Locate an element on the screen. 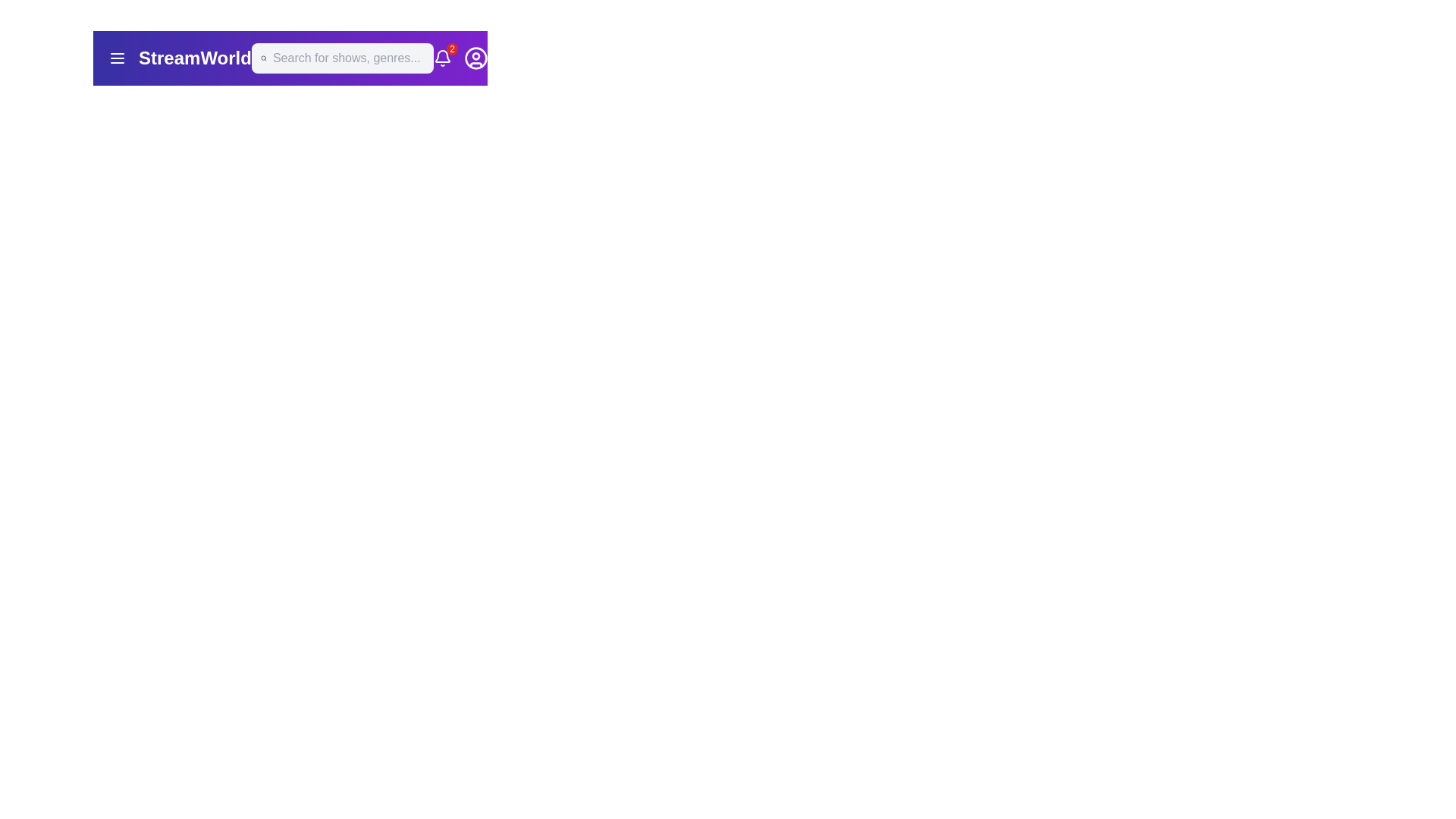 This screenshot has width=1456, height=819. the red circular badge on the bell icon is located at coordinates (460, 58).